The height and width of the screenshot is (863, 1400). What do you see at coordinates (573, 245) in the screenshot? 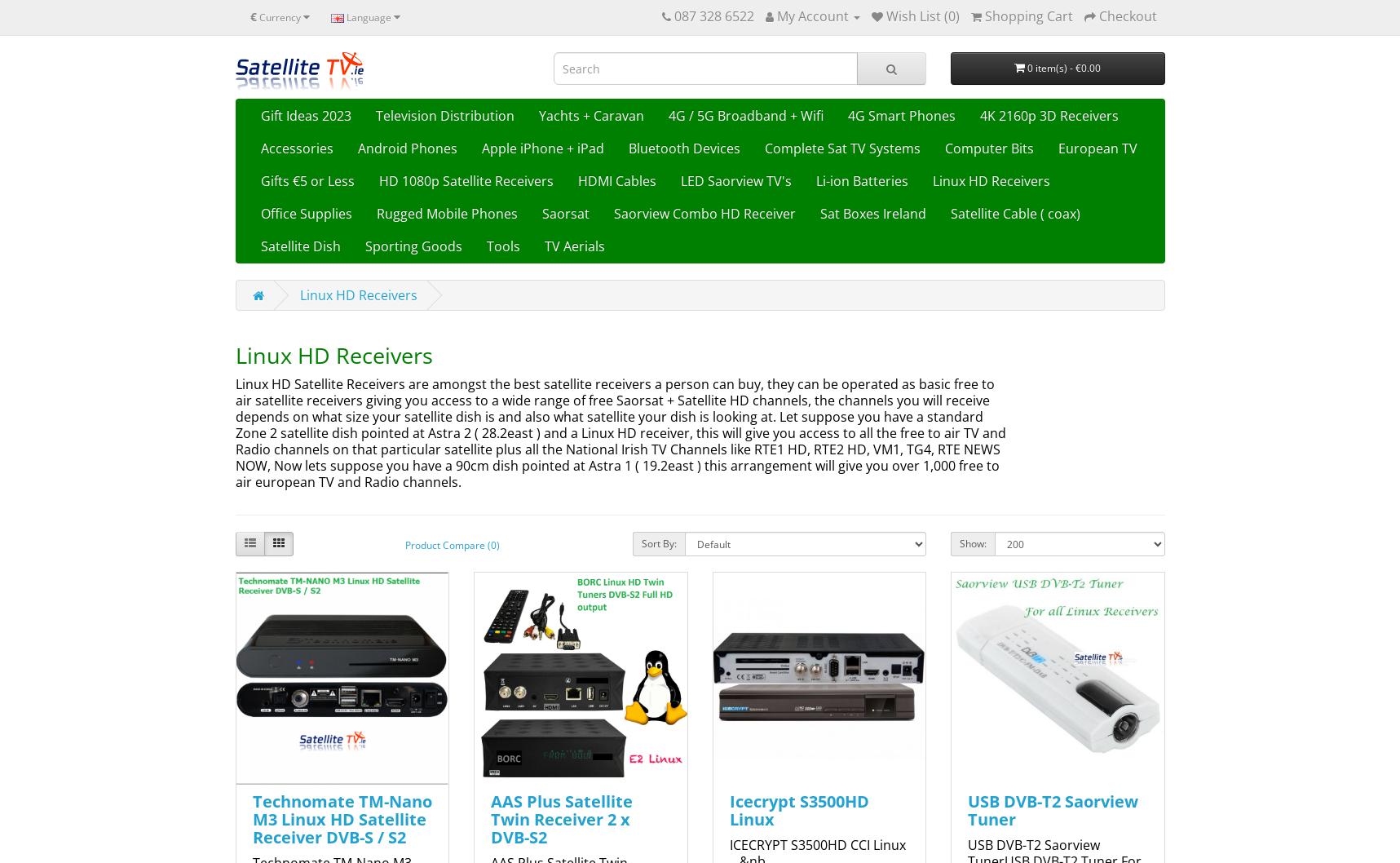
I see `'TV  Aerials'` at bounding box center [573, 245].